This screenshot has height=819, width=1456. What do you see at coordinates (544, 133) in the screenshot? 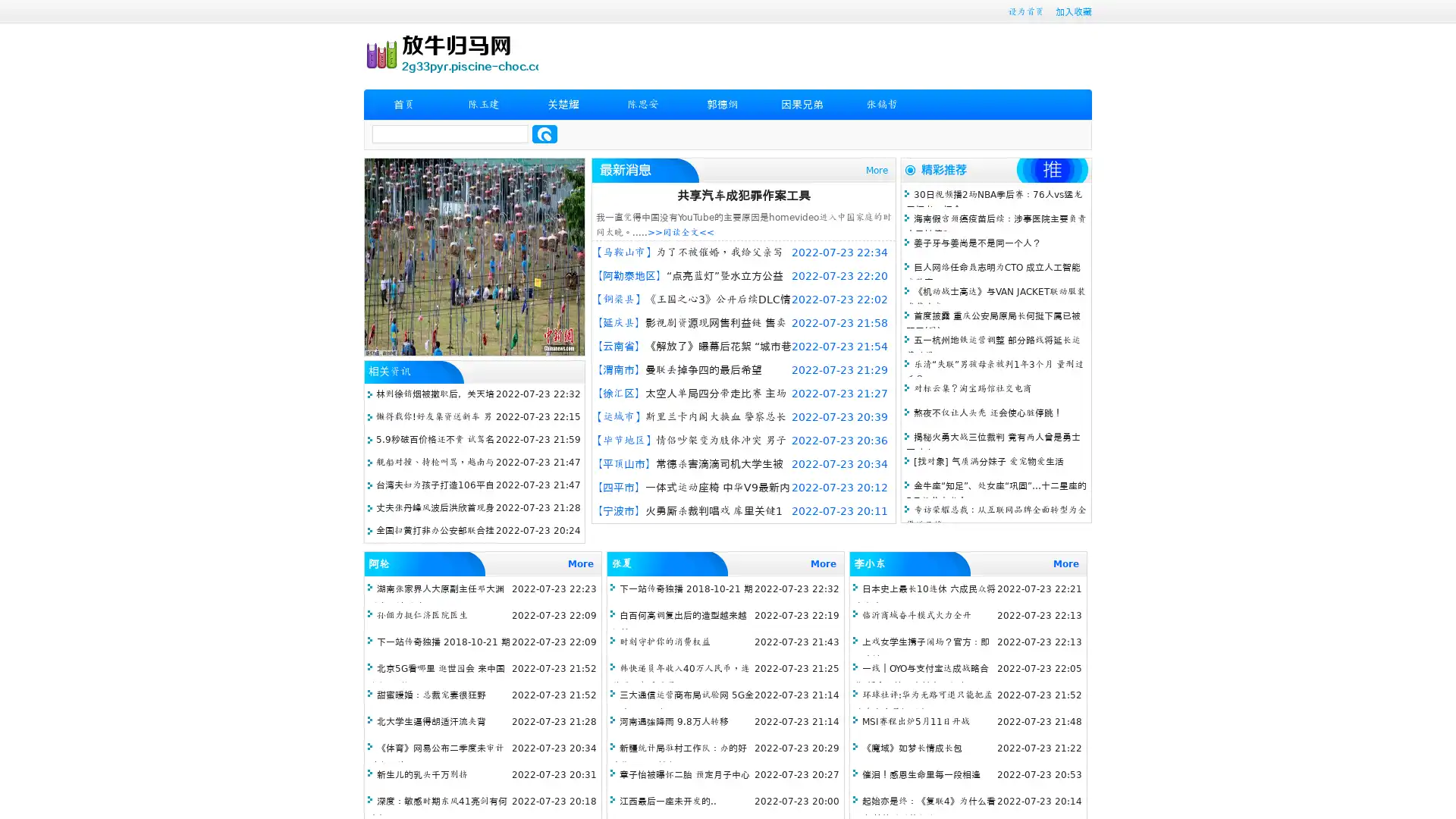
I see `Search` at bounding box center [544, 133].